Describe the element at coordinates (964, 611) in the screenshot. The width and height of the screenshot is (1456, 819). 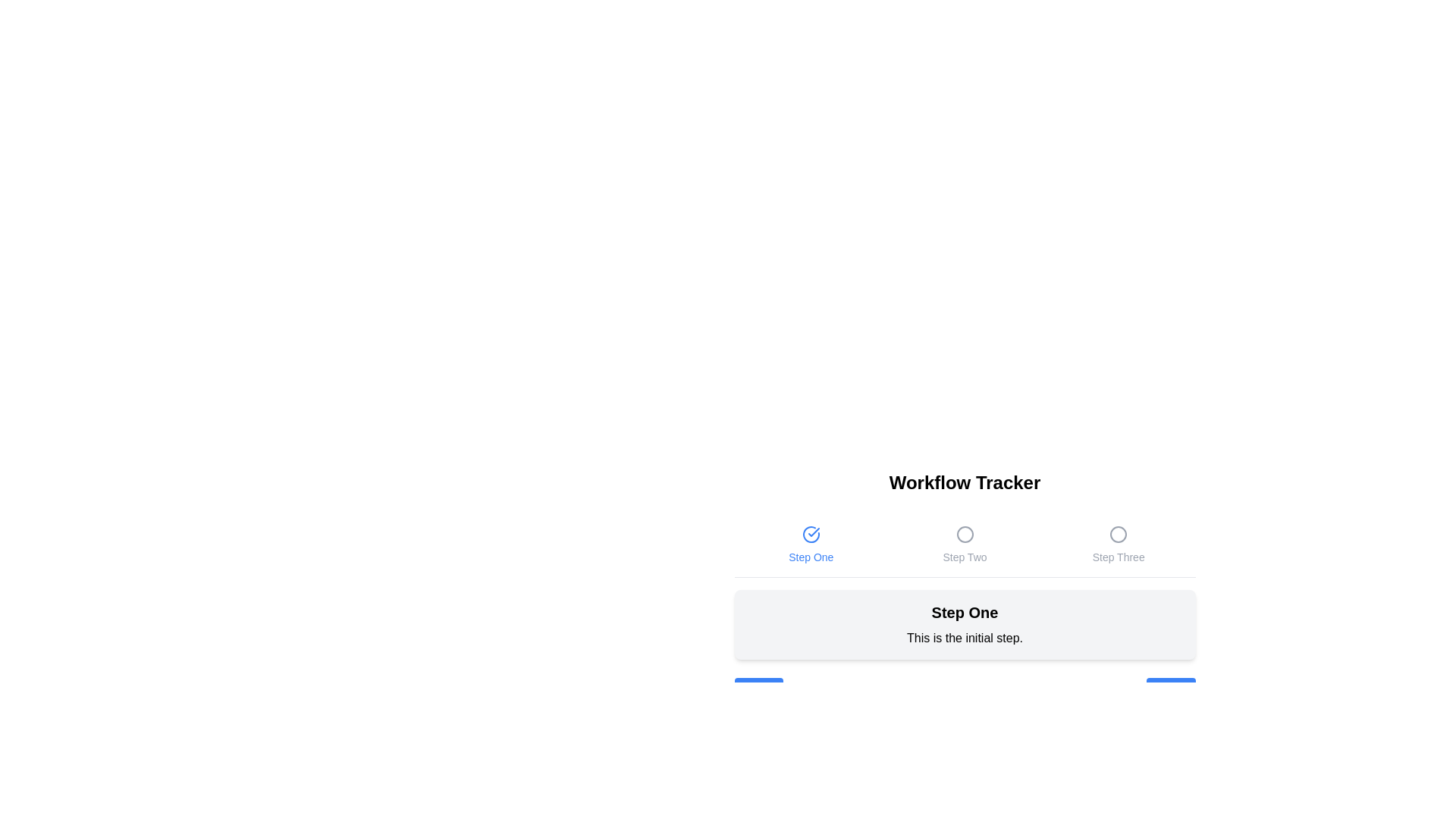
I see `the medium-sized, bold-styled text label reading 'Step One' located at the top part of a rounded, light-gray box` at that location.